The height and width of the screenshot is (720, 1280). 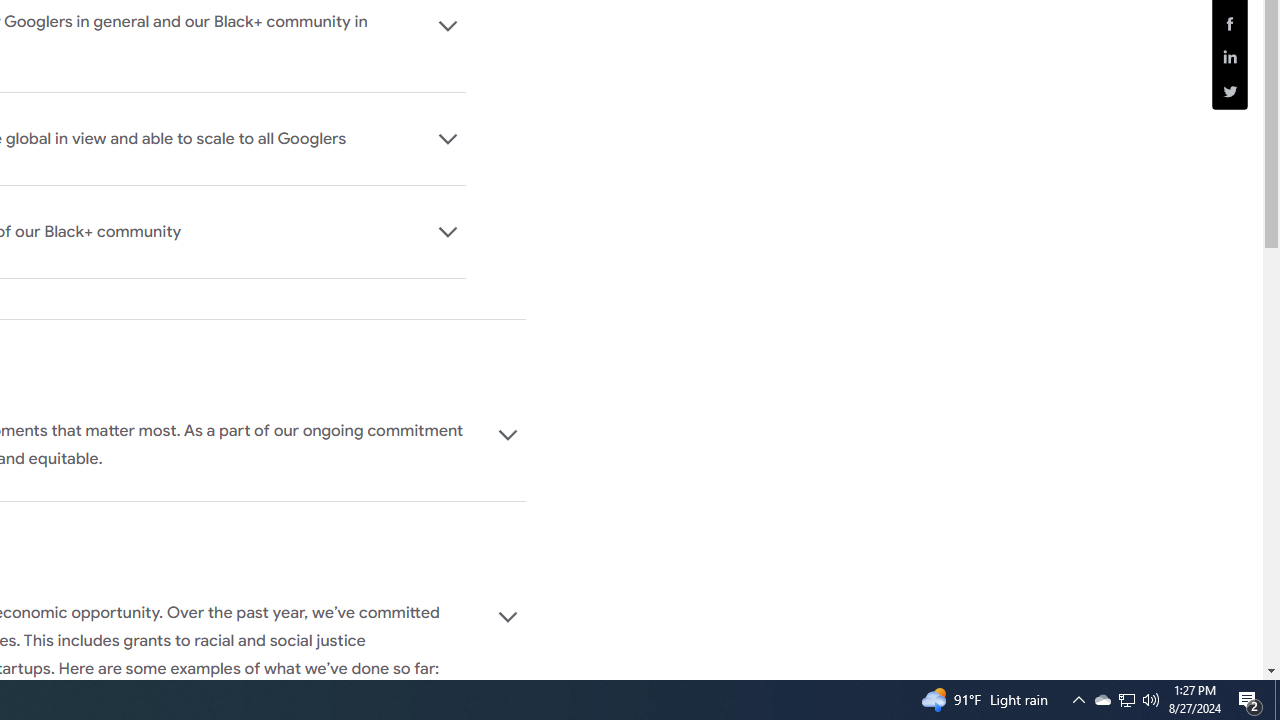 What do you see at coordinates (1229, 56) in the screenshot?
I see `'Share this page (LinkedIn)'` at bounding box center [1229, 56].